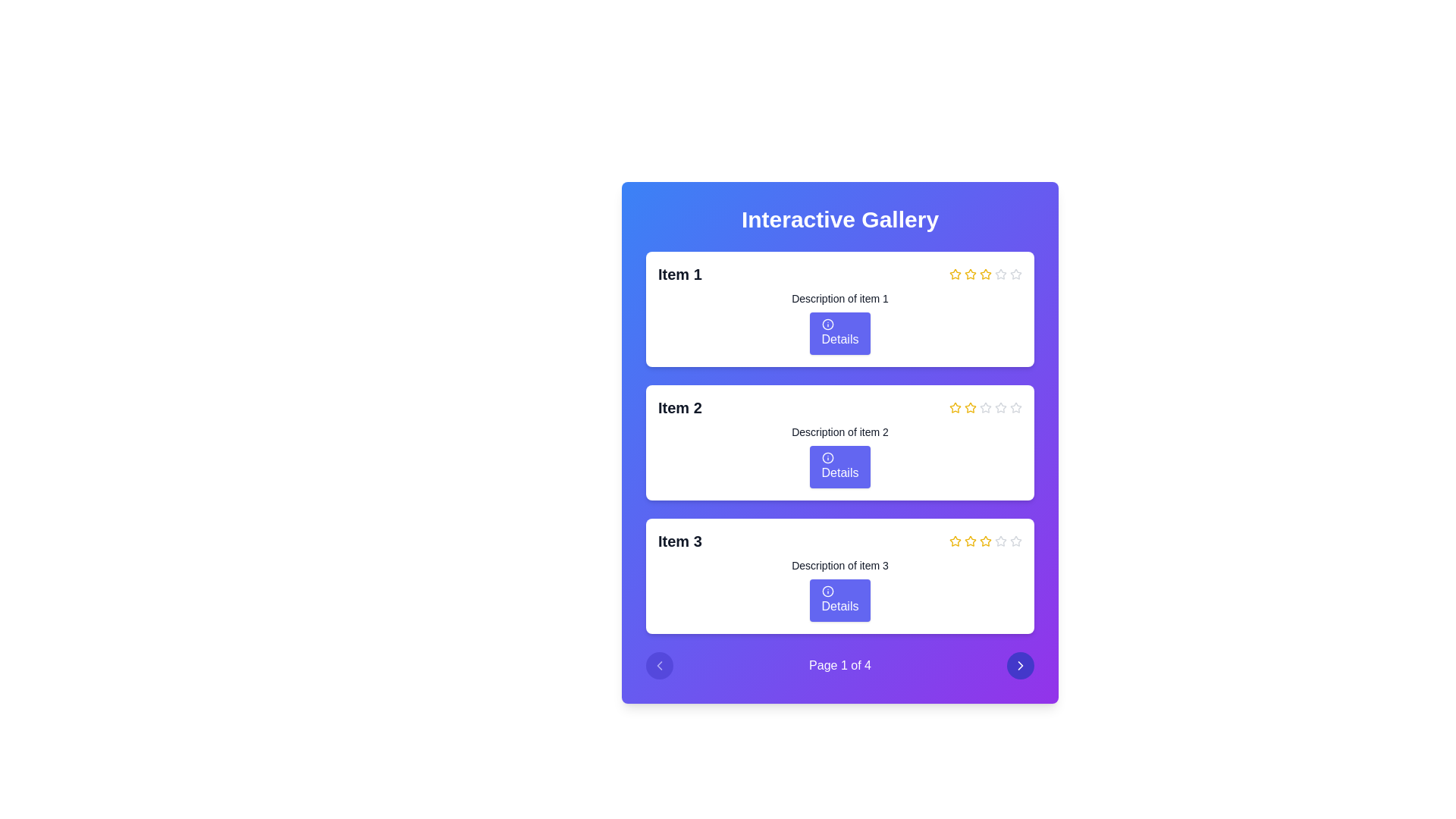  What do you see at coordinates (954, 274) in the screenshot?
I see `the yellow star rating icon at the top right of the card for 'Item 1'` at bounding box center [954, 274].